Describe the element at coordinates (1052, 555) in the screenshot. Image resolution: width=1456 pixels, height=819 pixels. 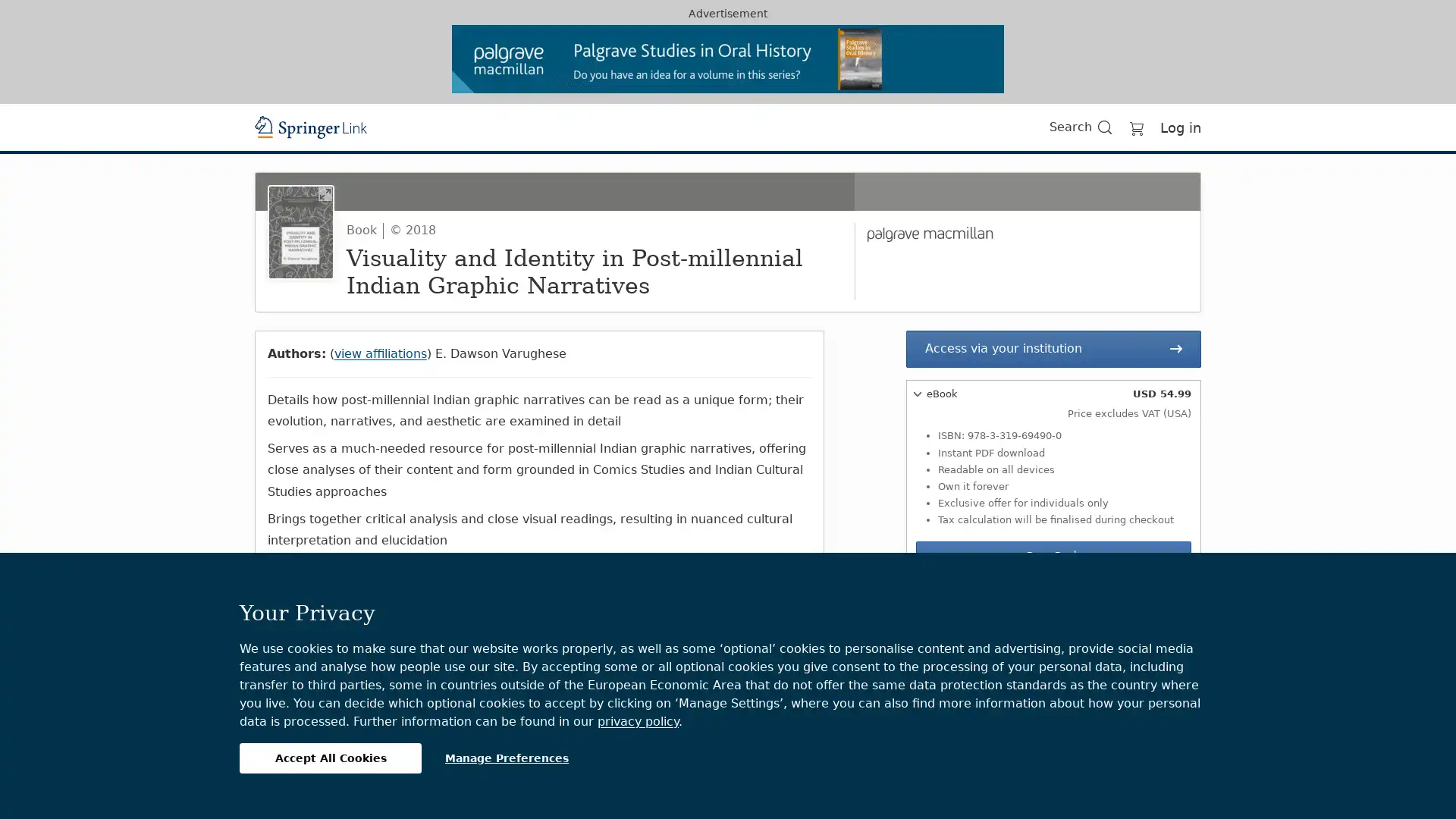
I see `Buy eBook` at that location.